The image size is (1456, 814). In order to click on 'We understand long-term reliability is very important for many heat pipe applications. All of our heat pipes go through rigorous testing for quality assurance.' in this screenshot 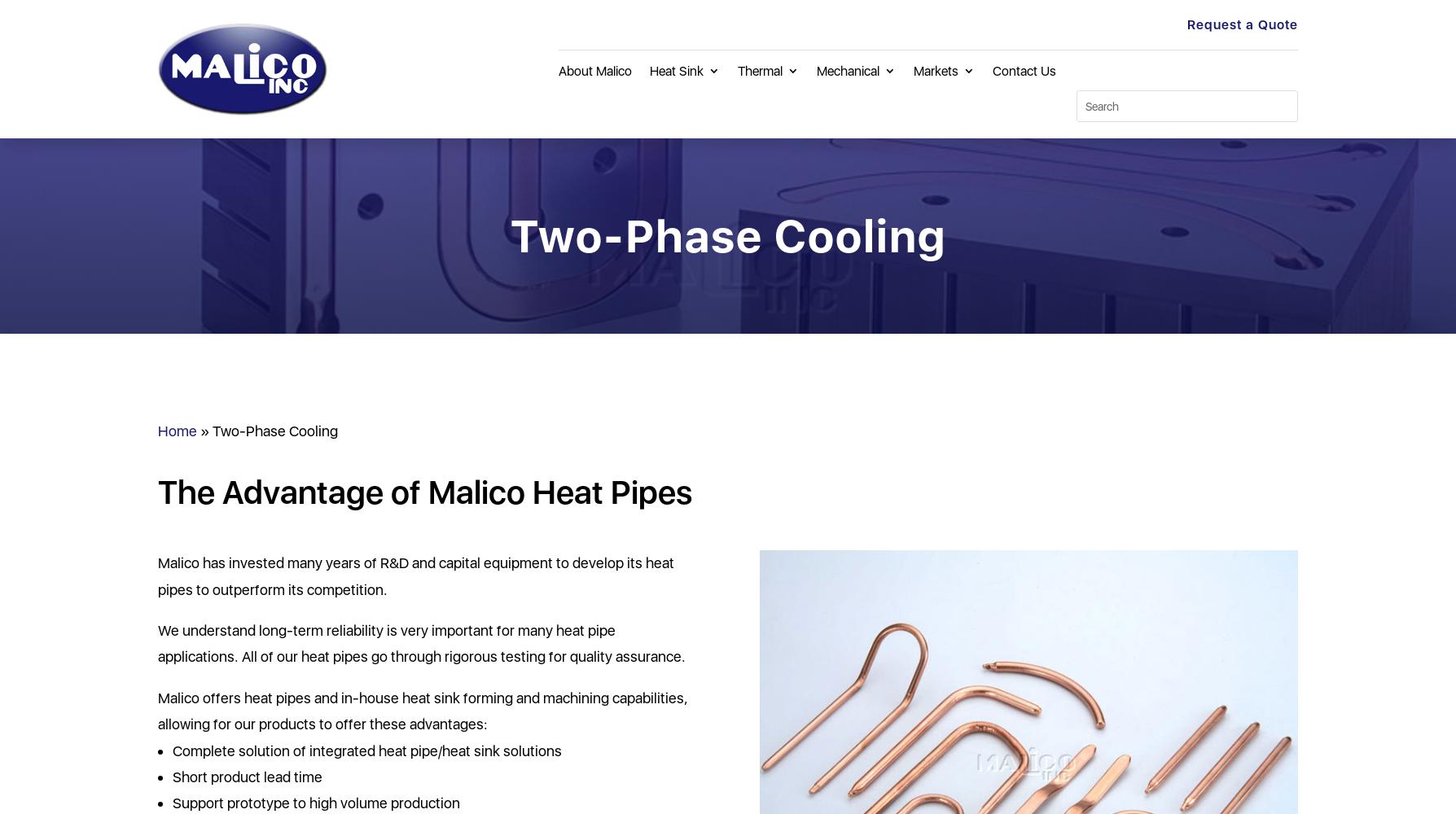, I will do `click(421, 643)`.